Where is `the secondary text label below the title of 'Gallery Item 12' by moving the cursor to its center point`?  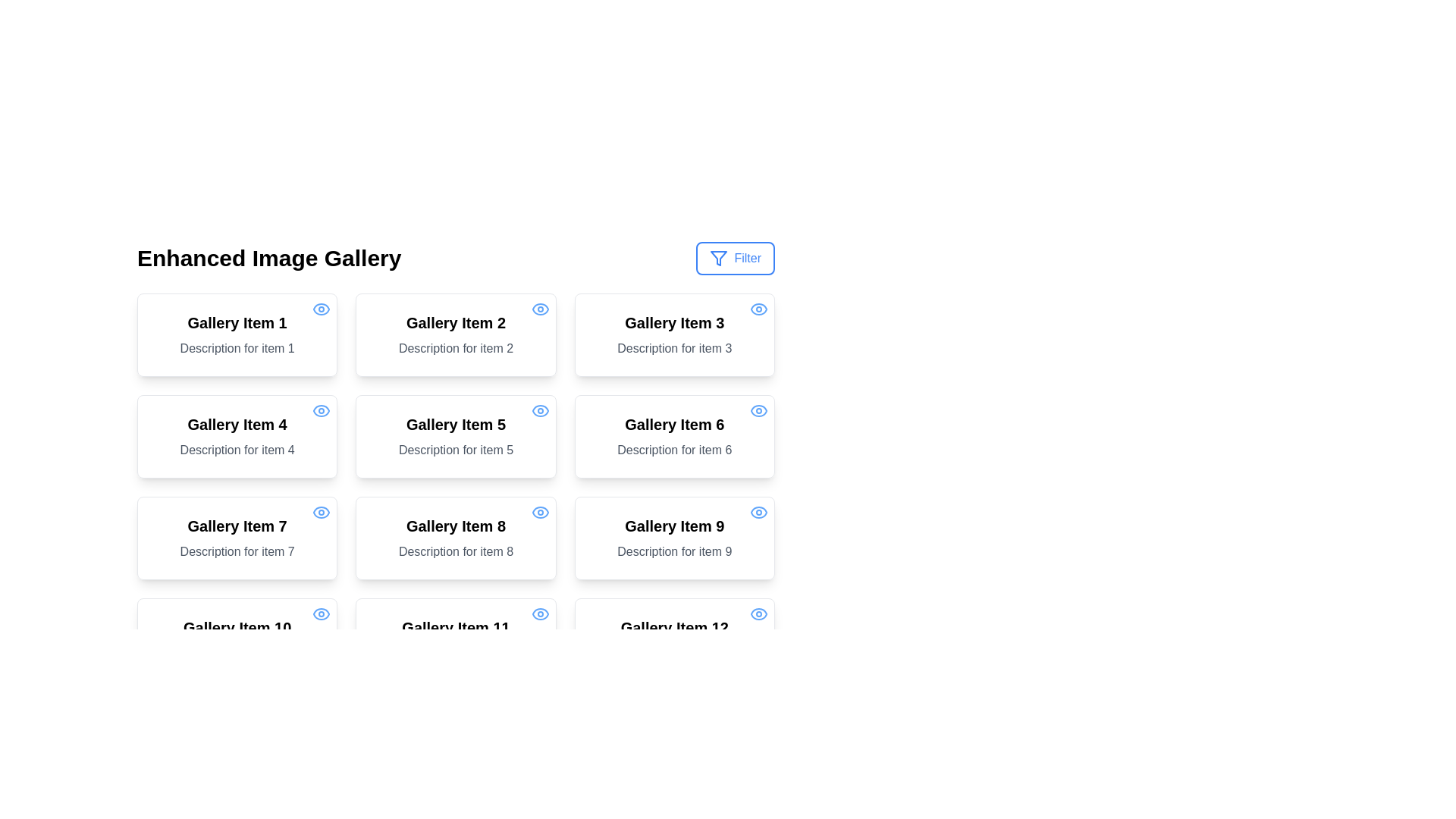 the secondary text label below the title of 'Gallery Item 12' by moving the cursor to its center point is located at coordinates (673, 652).